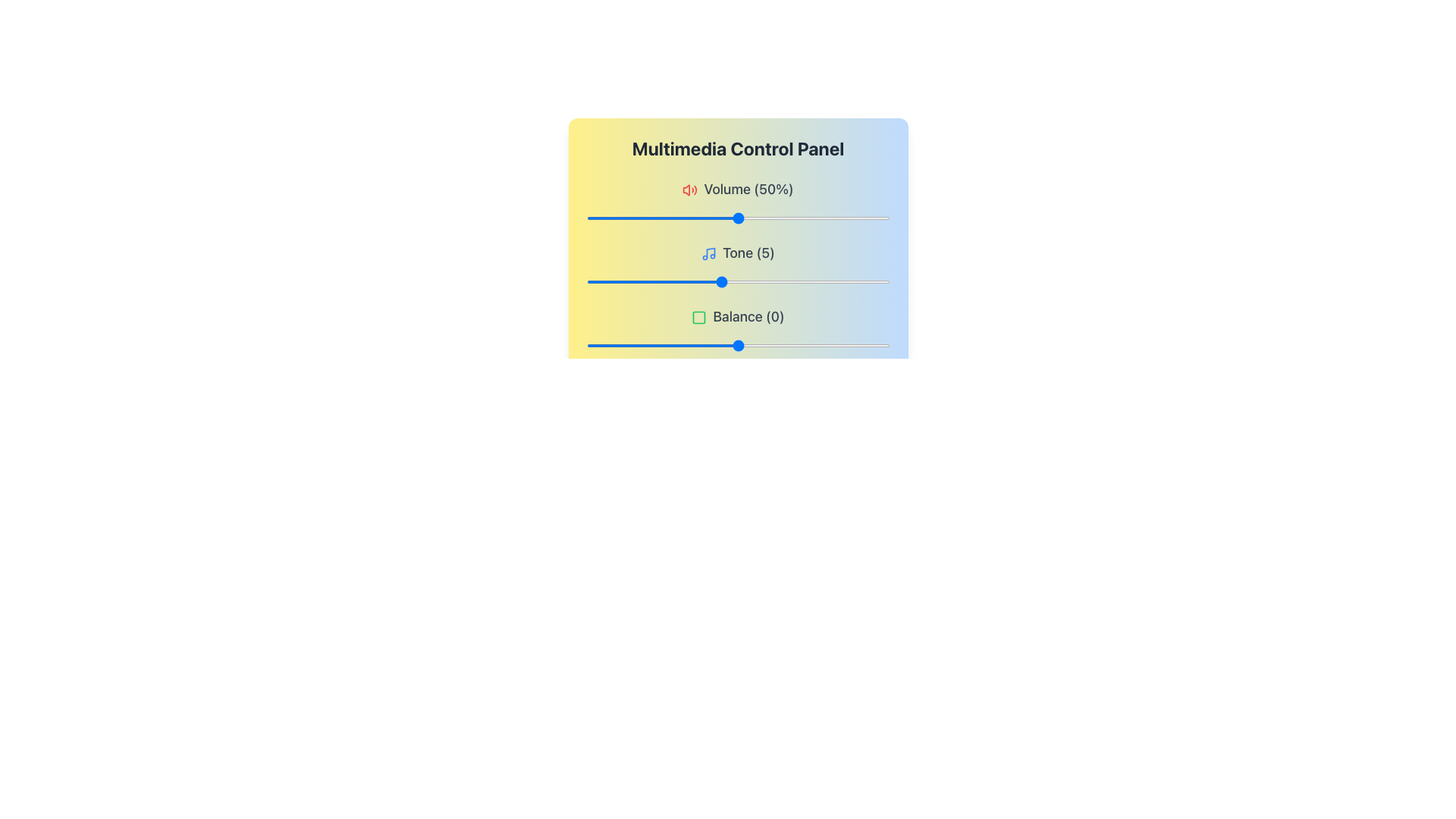  Describe the element at coordinates (698, 317) in the screenshot. I see `the green square icon with rounded corners that is positioned to the left of the text 'Balance (0)' in the Multimedia Control Panel` at that location.